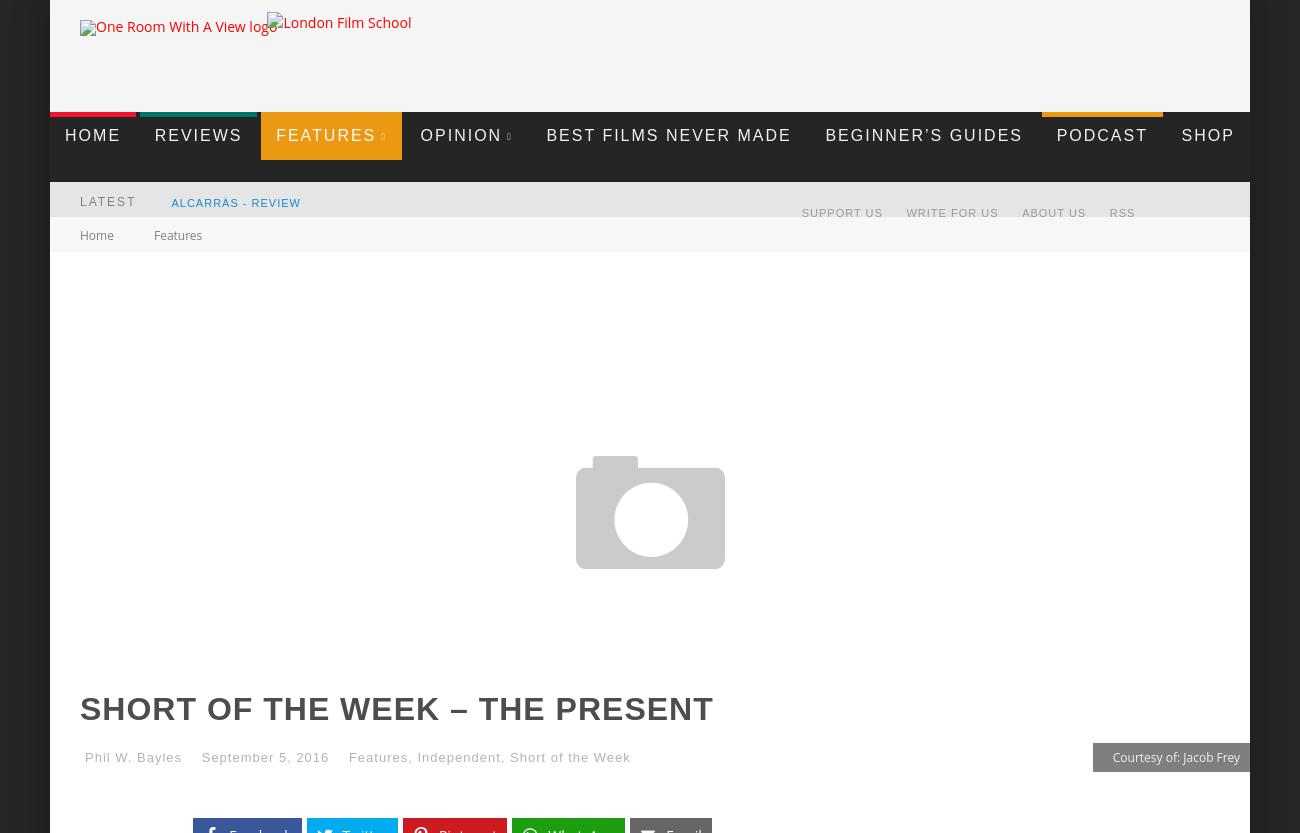 Image resolution: width=1300 pixels, height=833 pixels. Describe the element at coordinates (951, 211) in the screenshot. I see `'Write For Us'` at that location.